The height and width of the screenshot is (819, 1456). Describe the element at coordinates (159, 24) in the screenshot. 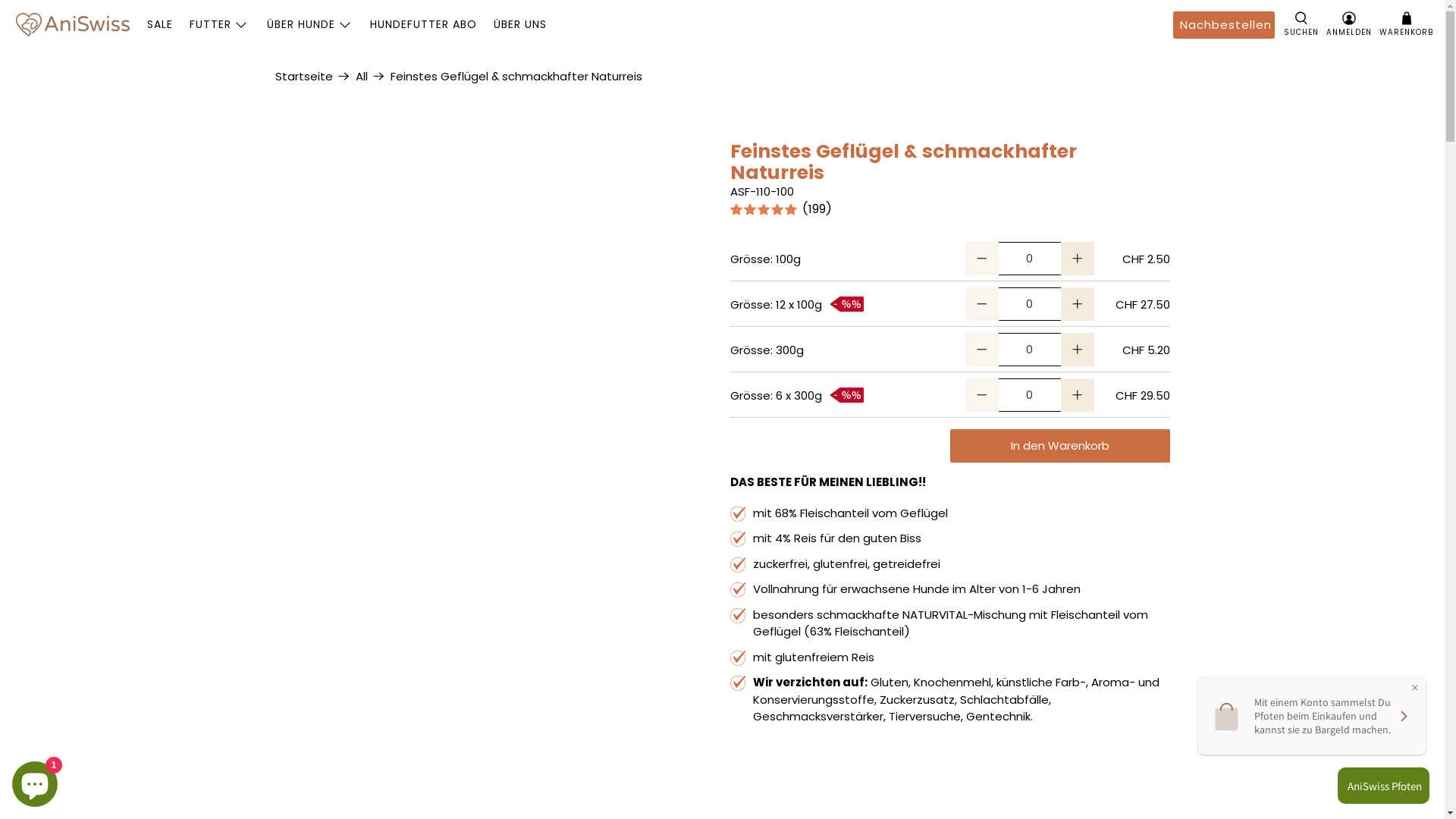

I see `'SALE'` at that location.